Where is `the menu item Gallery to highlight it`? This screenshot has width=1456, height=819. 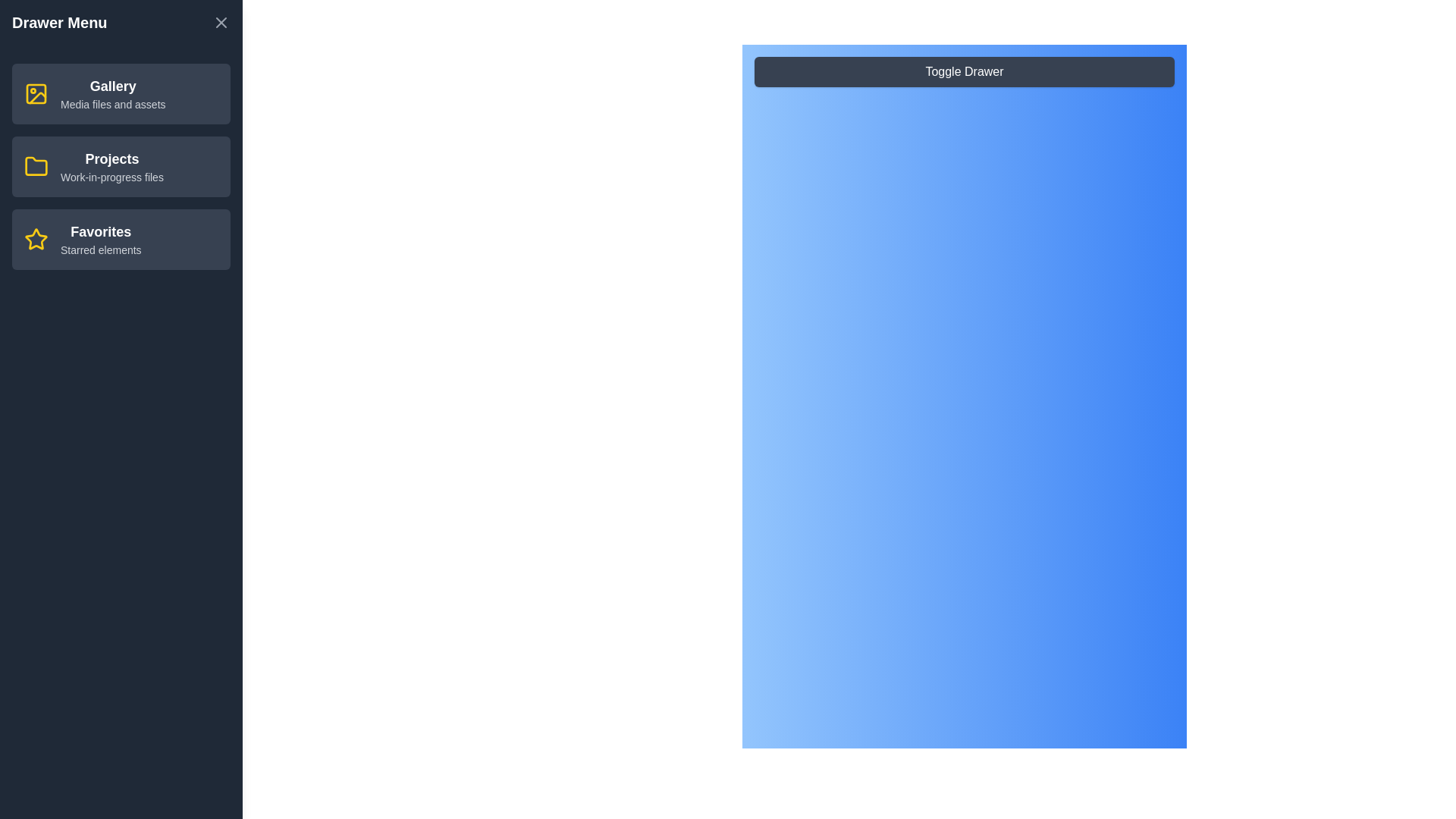
the menu item Gallery to highlight it is located at coordinates (120, 93).